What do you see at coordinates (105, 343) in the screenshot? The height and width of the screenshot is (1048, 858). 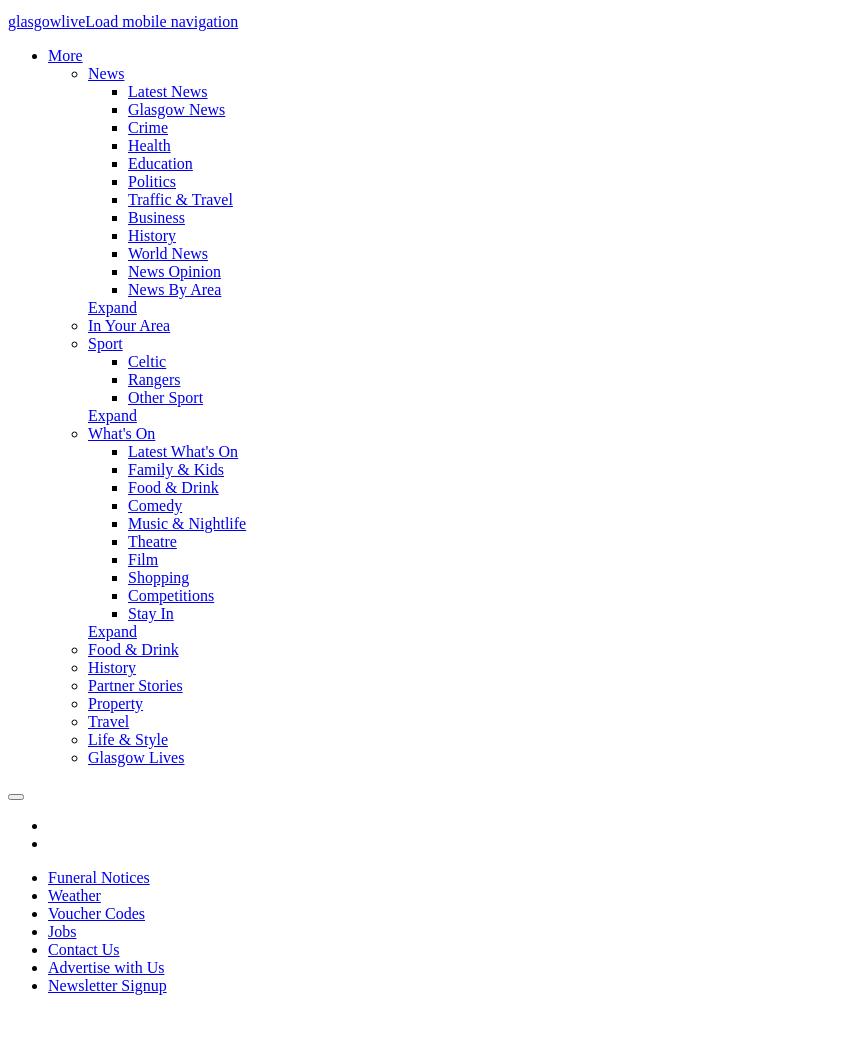 I see `'Sport'` at bounding box center [105, 343].